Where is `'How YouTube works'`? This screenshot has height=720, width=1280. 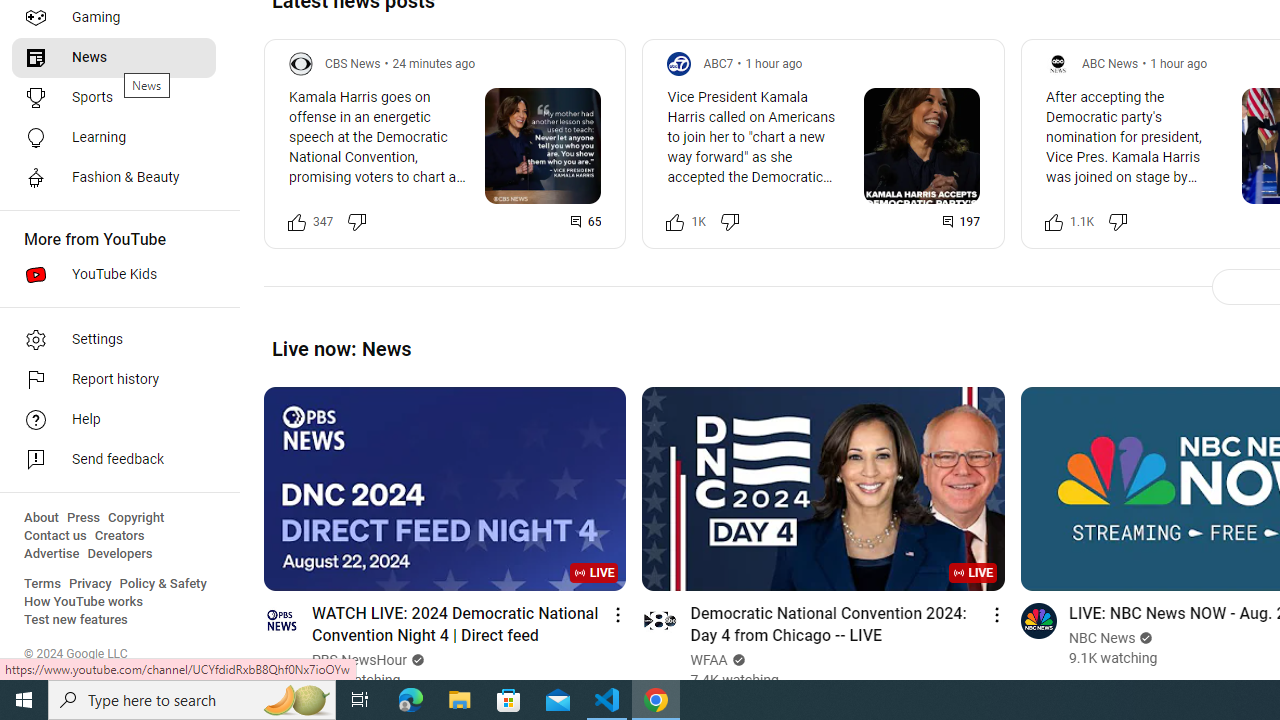 'How YouTube works' is located at coordinates (82, 601).